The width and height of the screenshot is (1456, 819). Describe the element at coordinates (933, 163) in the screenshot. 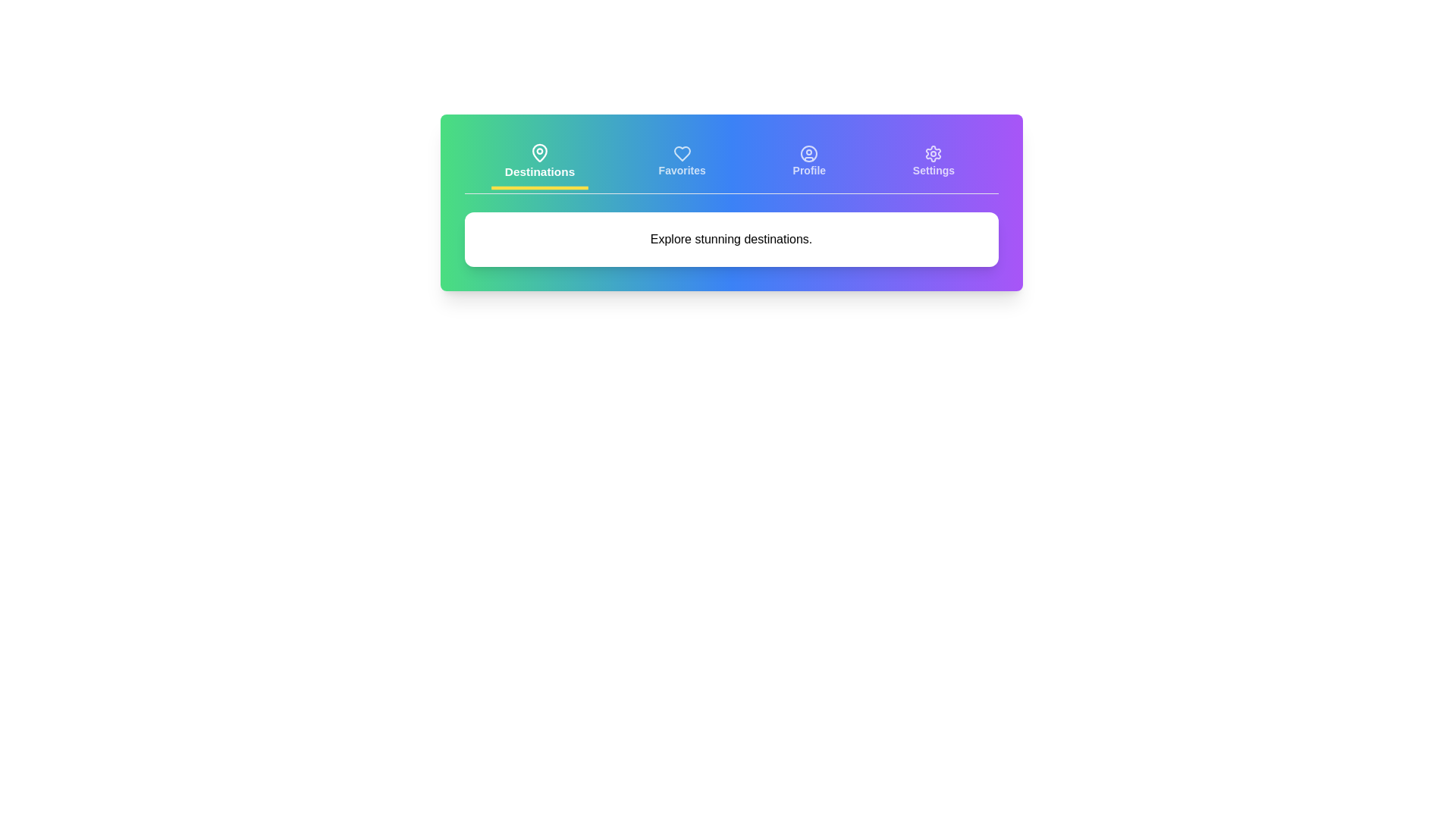

I see `the tab labeled Settings to preview its state change` at that location.